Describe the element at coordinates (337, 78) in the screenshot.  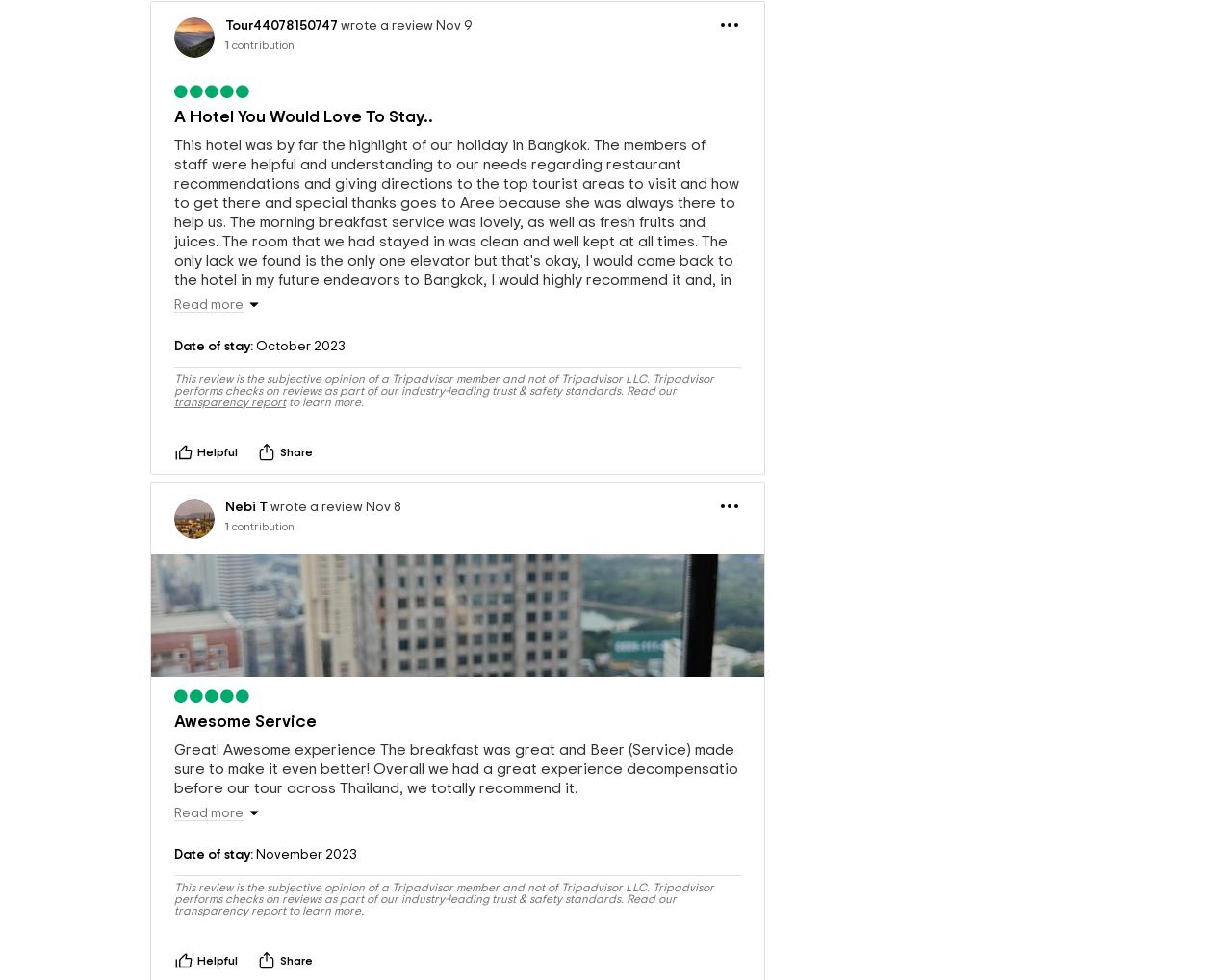
I see `'wrote a review Nov 9'` at that location.